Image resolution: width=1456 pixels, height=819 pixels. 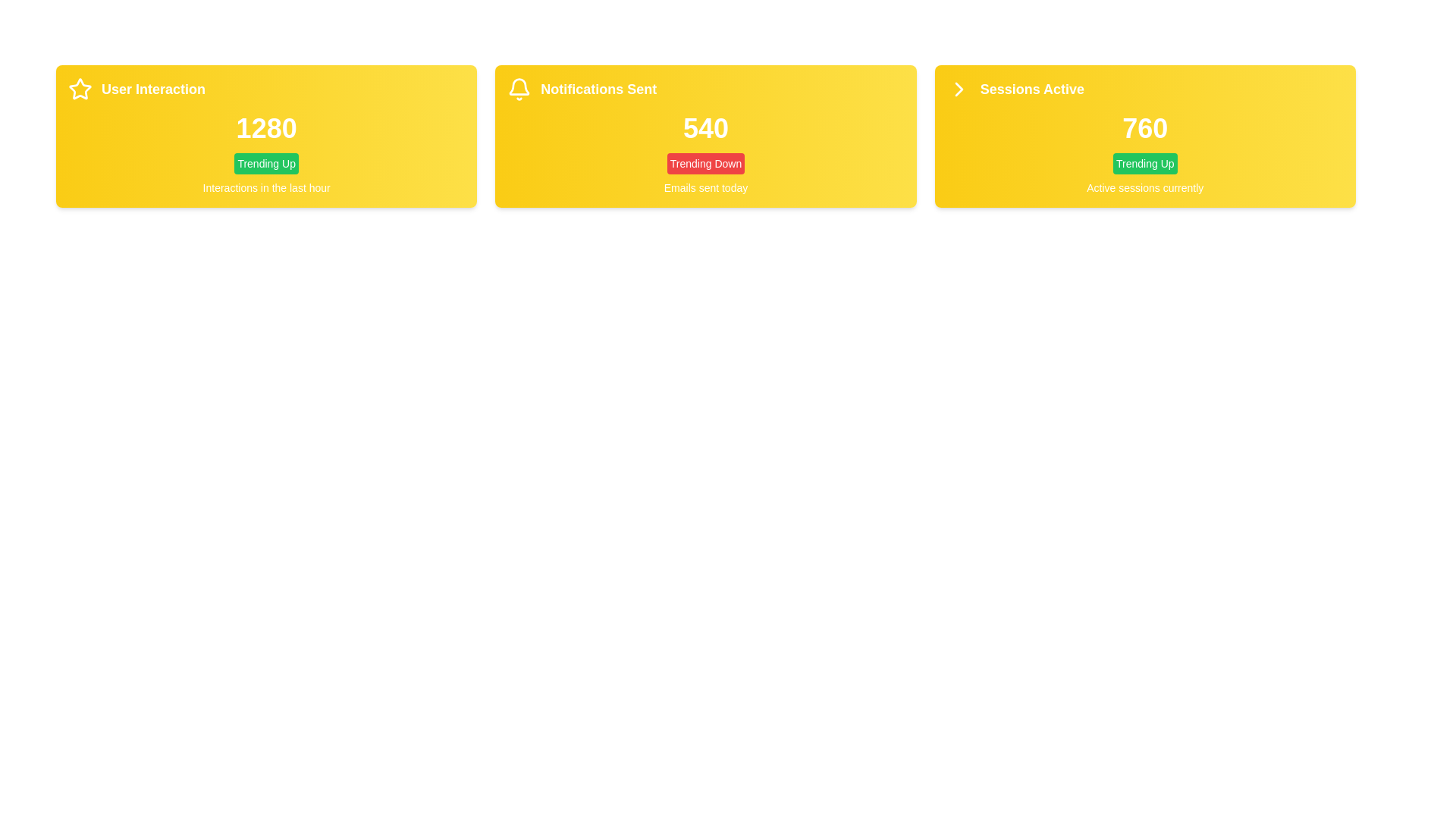 I want to click on the small, rectangular button-like component with a green background and white text reading 'Trending Up', which is centrally aligned below the title 'Sessions Active' and above a descriptive statement, so click(x=1145, y=164).